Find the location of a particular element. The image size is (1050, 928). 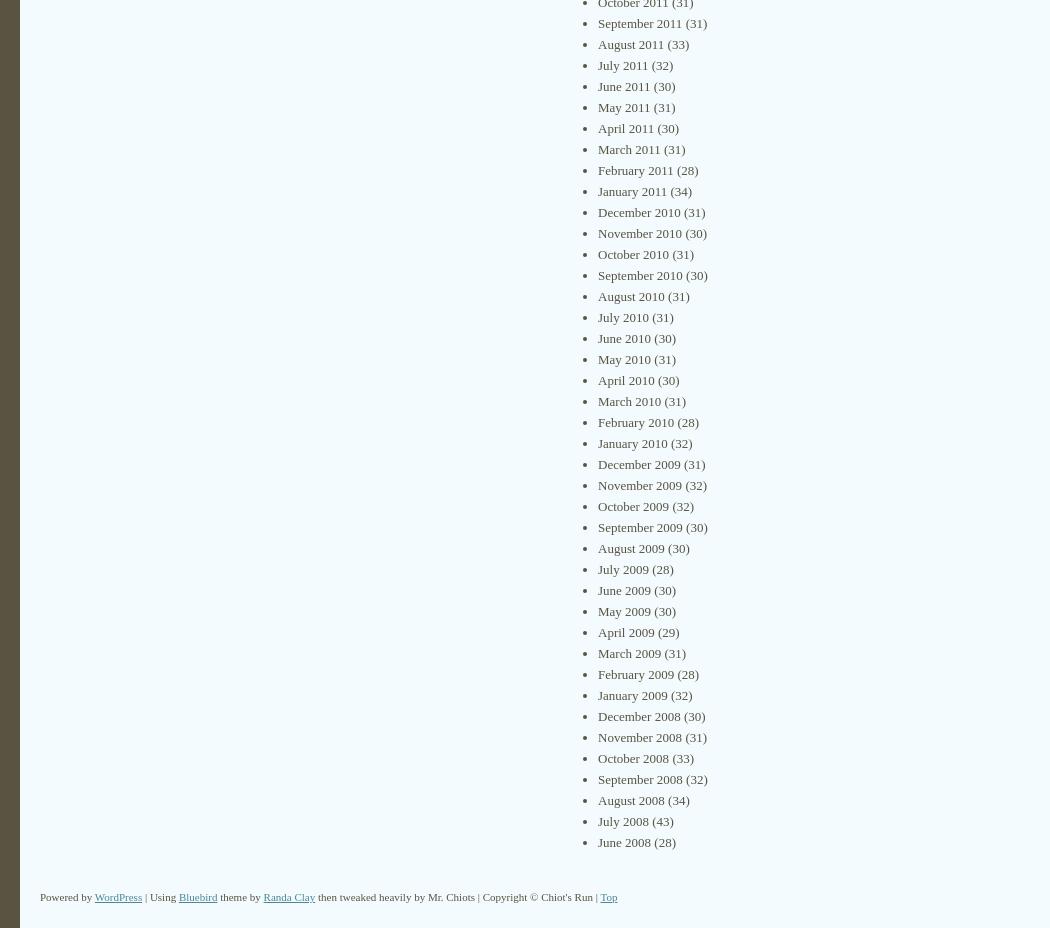

'November 2008' is located at coordinates (596, 736).